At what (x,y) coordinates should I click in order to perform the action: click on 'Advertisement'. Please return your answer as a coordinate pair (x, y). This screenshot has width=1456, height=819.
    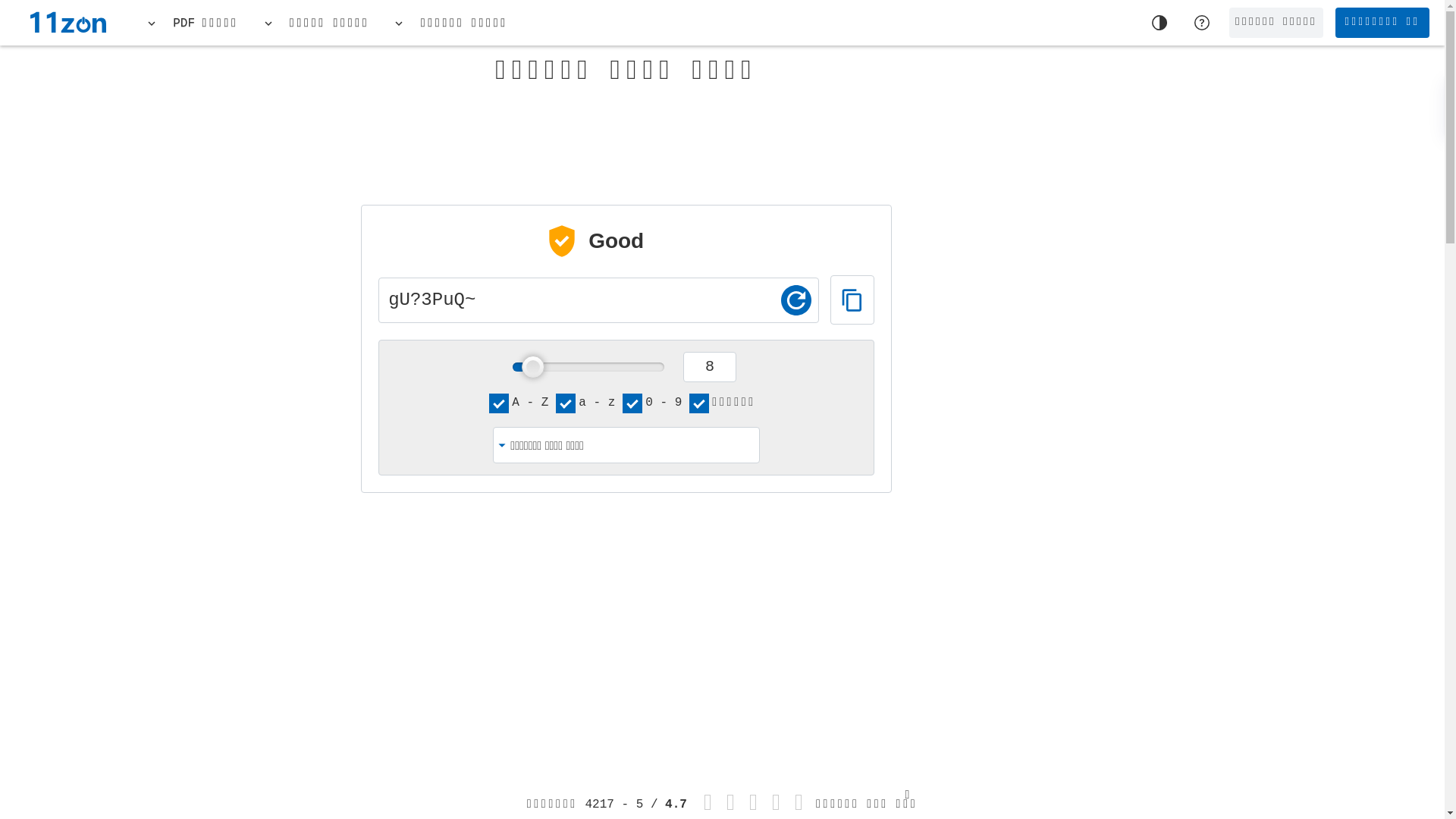
    Looking at the image, I should click on (1279, 288).